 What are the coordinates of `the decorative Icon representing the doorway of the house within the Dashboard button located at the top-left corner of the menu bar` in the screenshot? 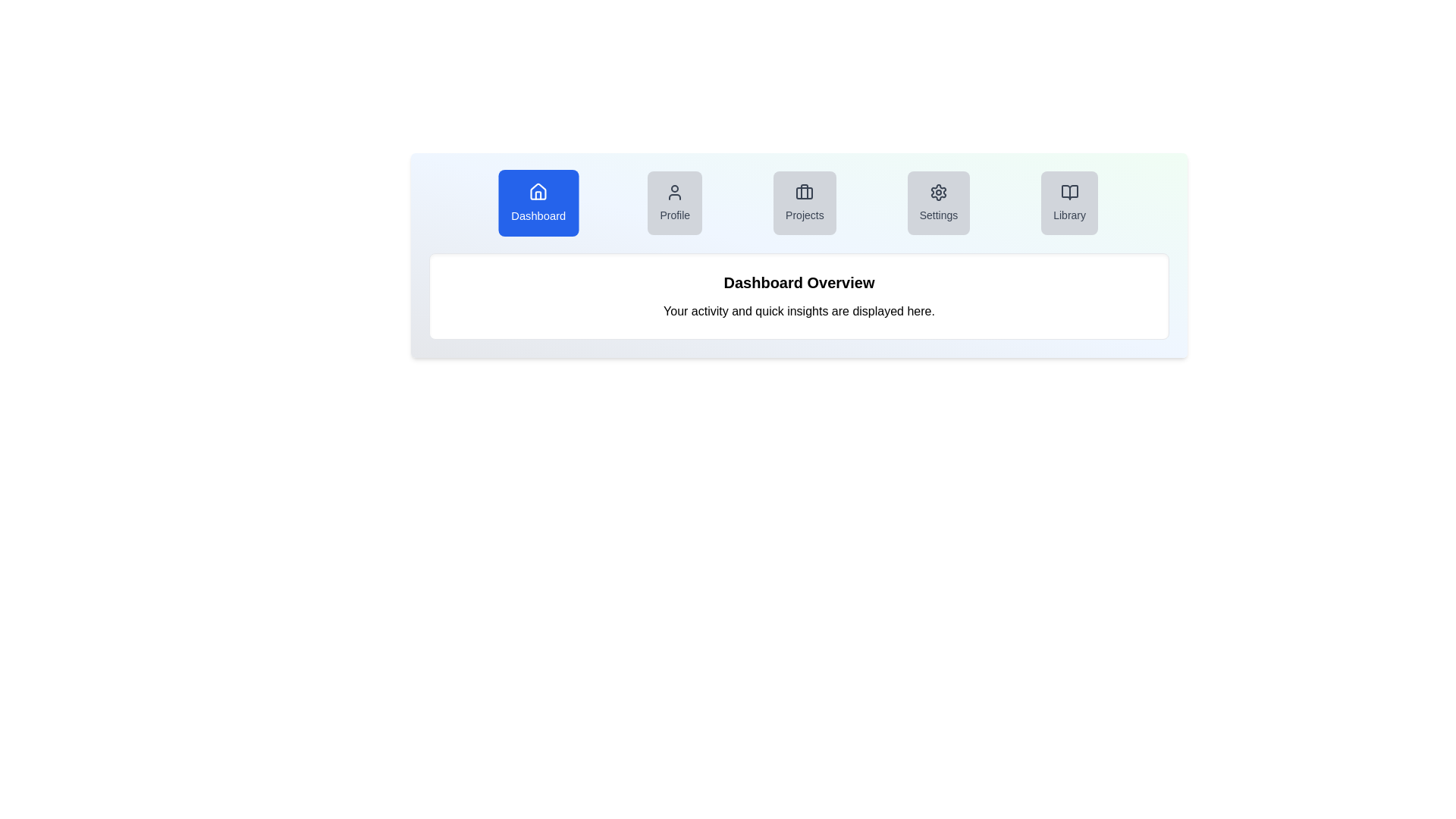 It's located at (538, 195).